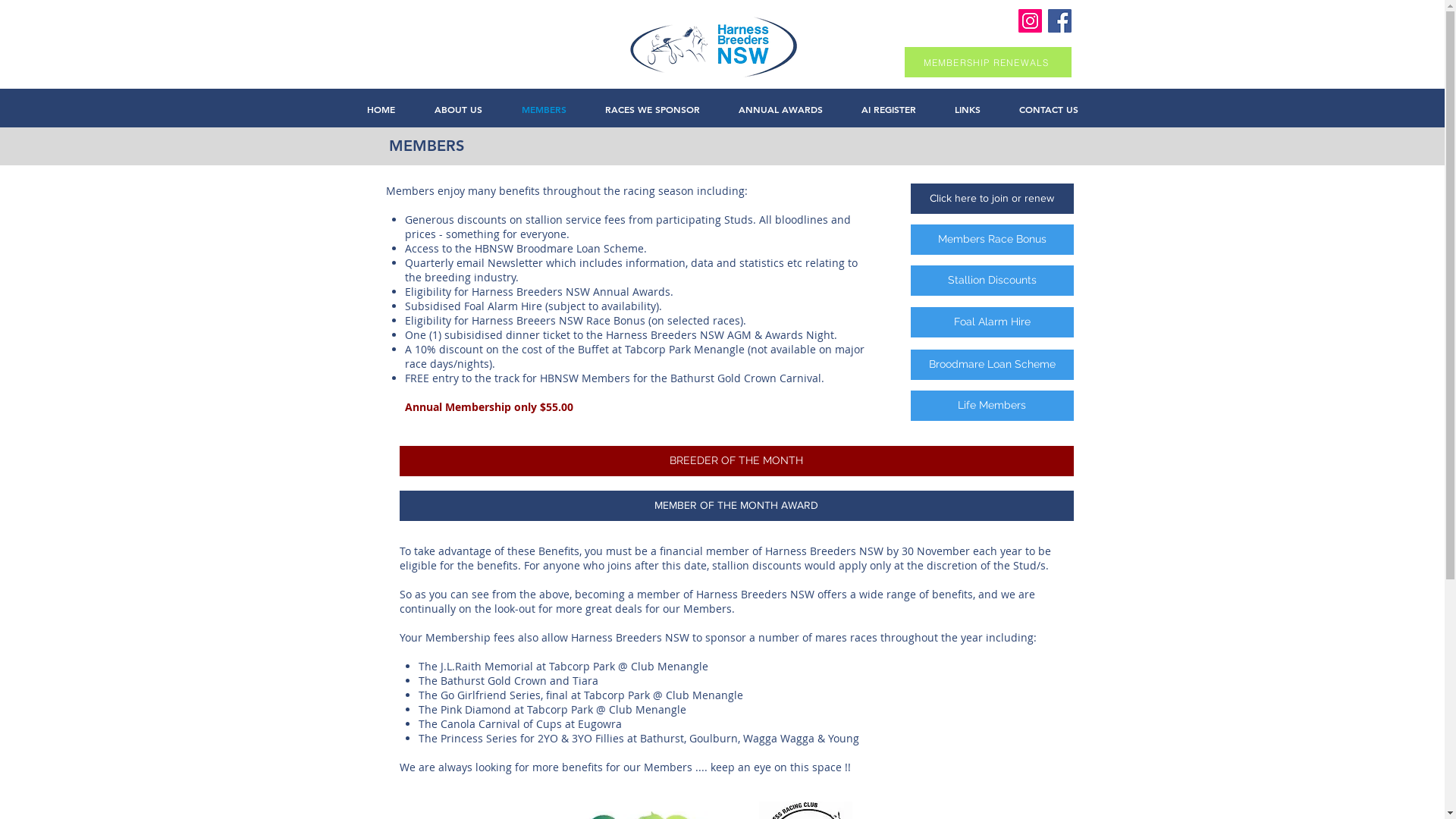  Describe the element at coordinates (651, 108) in the screenshot. I see `'RACES WE SPONSOR'` at that location.